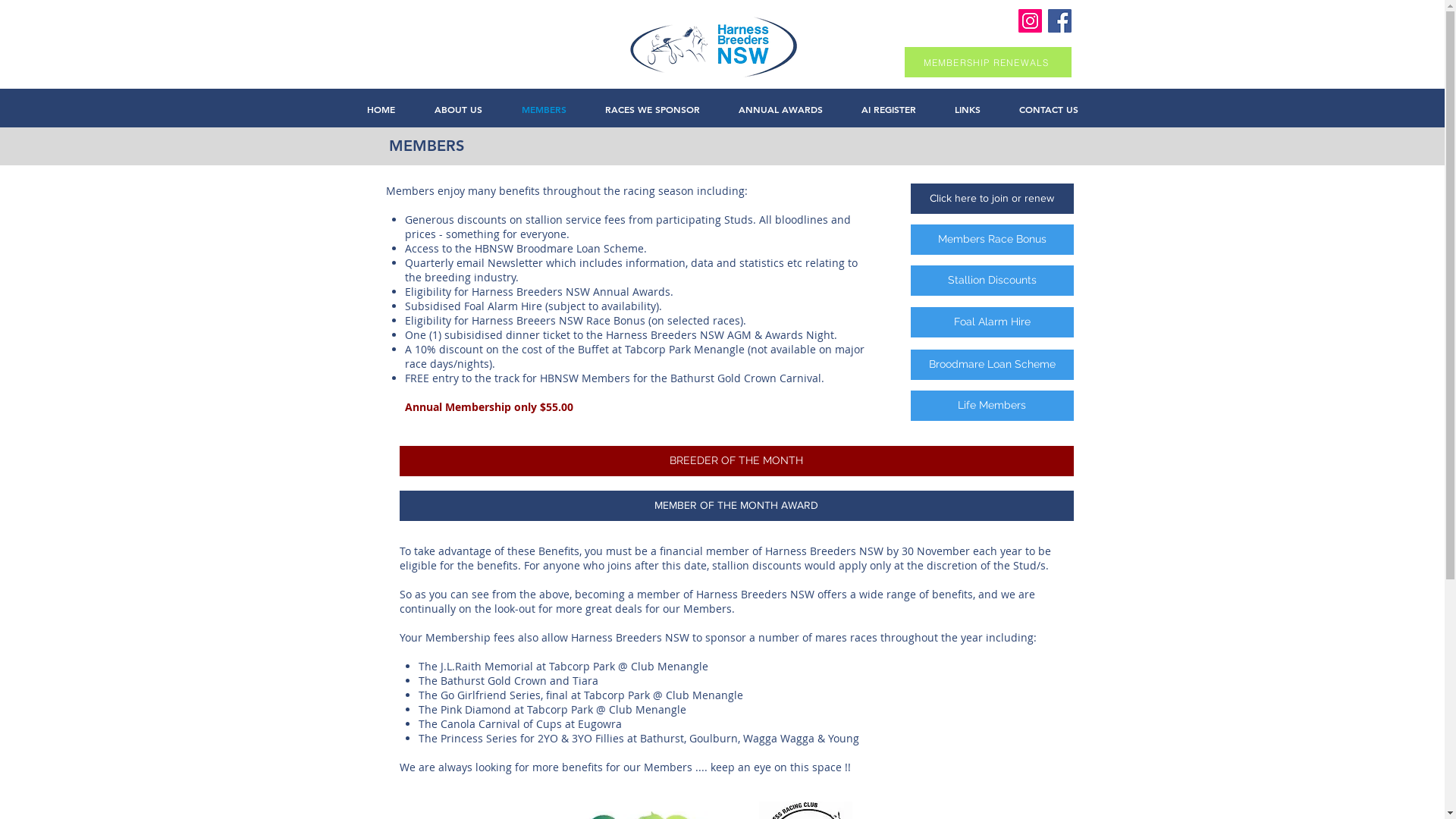  Describe the element at coordinates (651, 108) in the screenshot. I see `'RACES WE SPONSOR'` at that location.